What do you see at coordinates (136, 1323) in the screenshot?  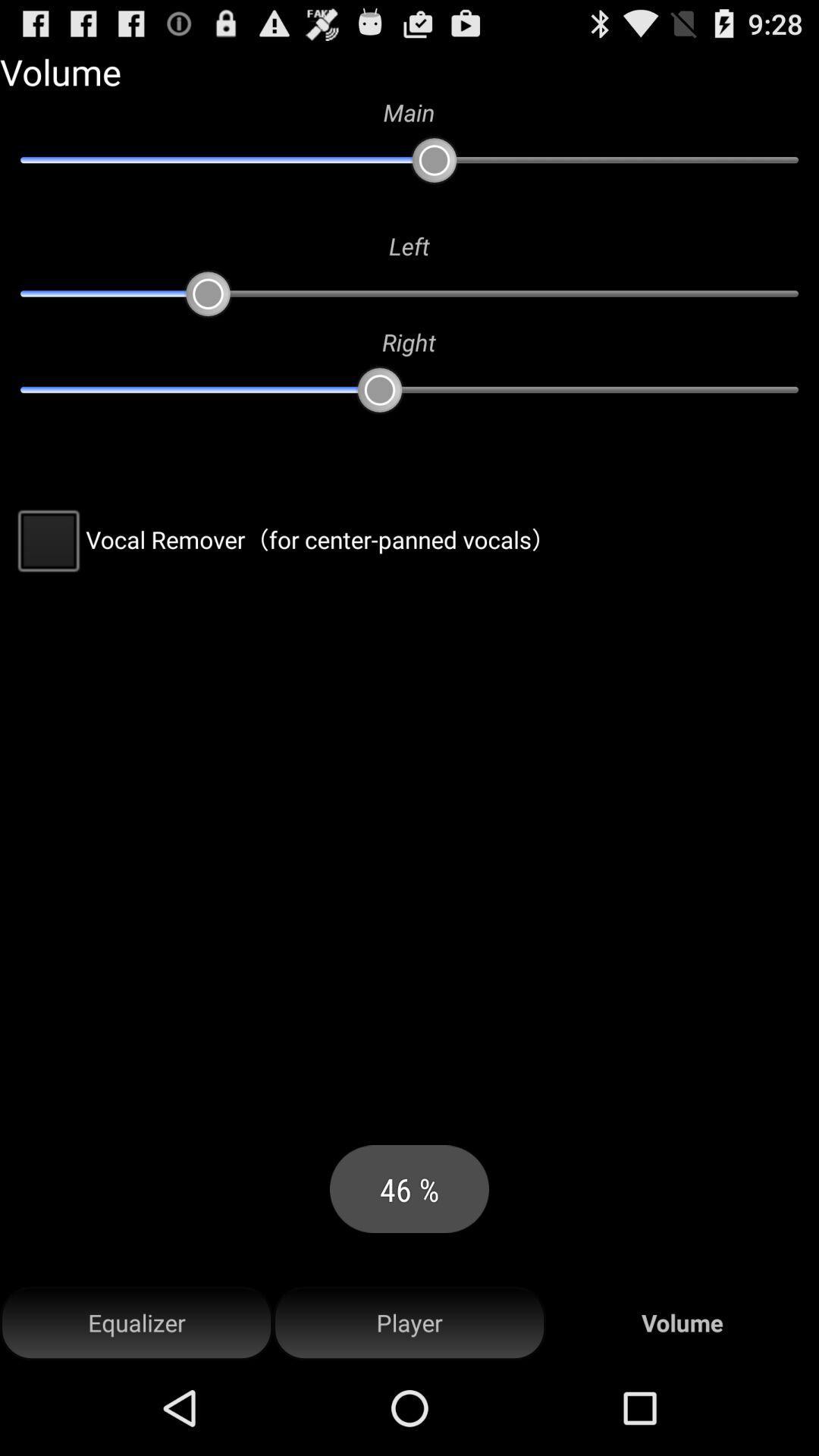 I see `the equalizer` at bounding box center [136, 1323].